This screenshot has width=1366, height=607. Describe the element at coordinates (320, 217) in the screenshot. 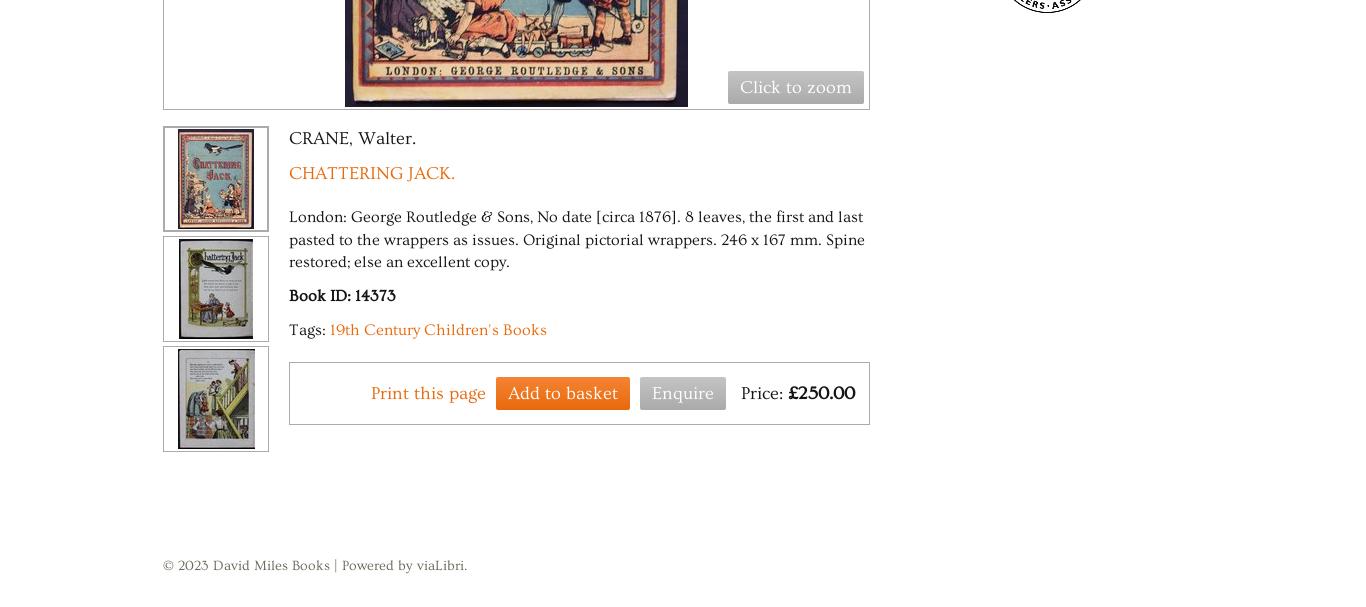

I see `'London:'` at that location.